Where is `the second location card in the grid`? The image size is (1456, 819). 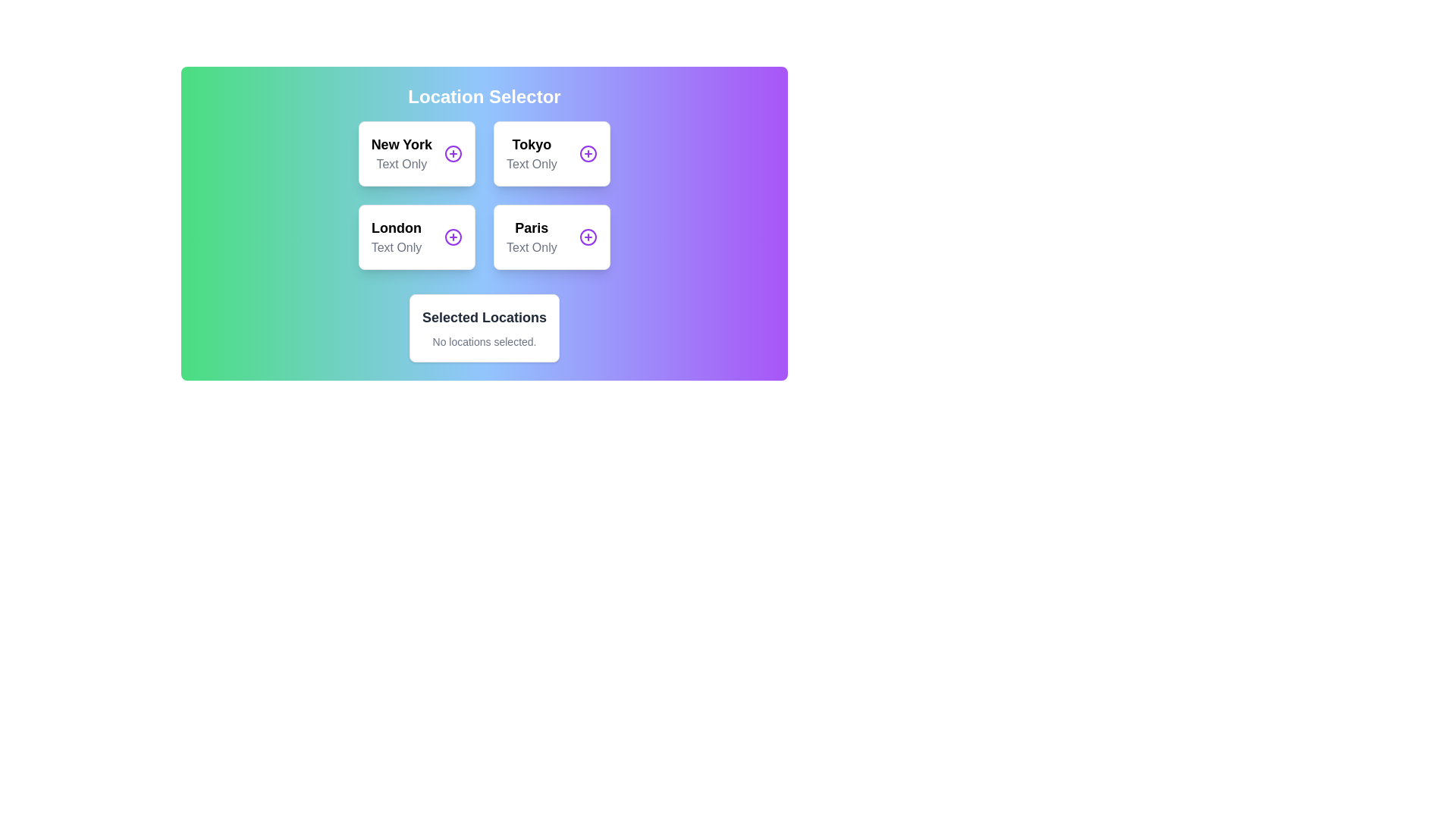
the second location card in the grid is located at coordinates (551, 154).